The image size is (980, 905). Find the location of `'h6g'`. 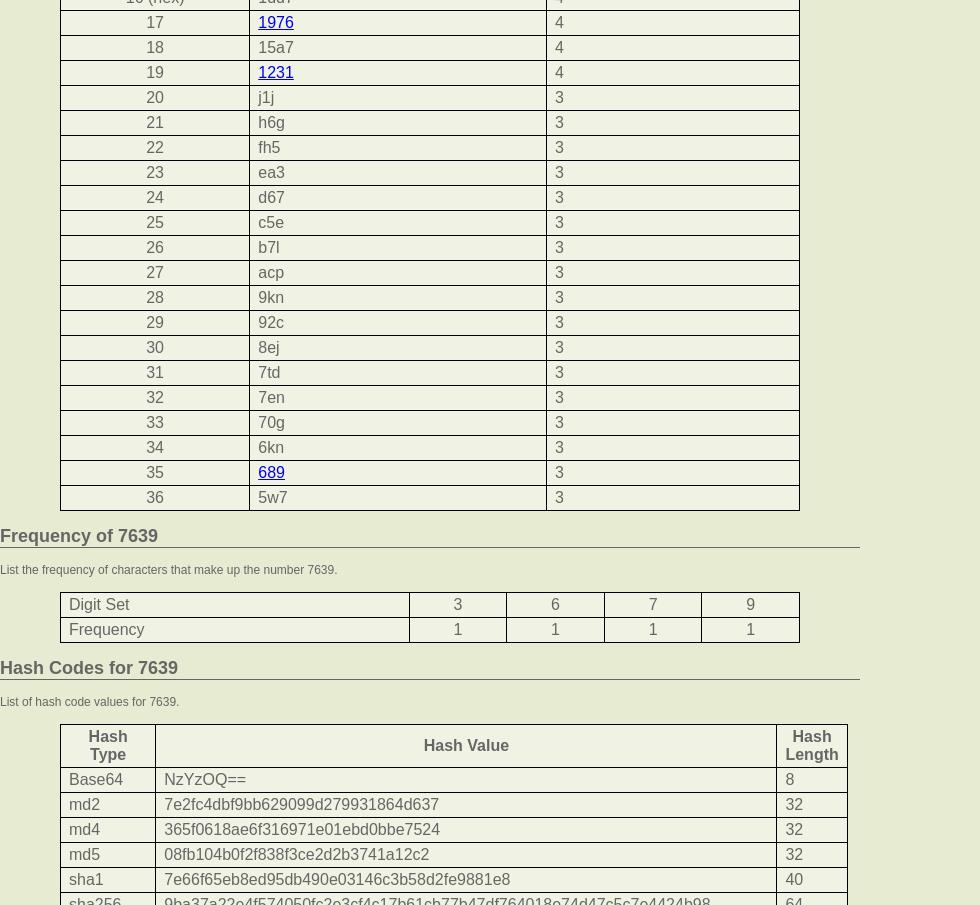

'h6g' is located at coordinates (258, 121).